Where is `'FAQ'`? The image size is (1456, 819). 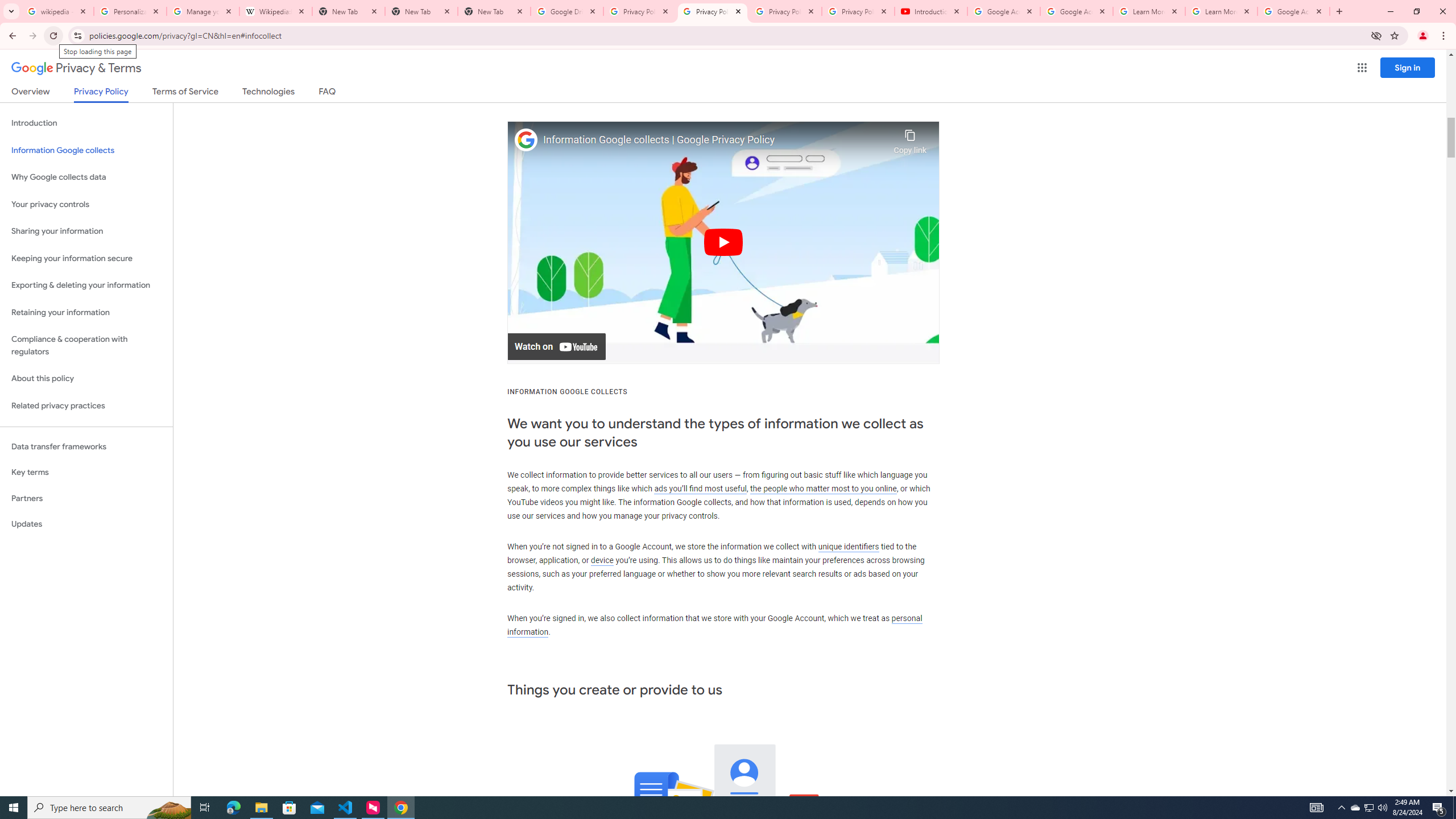 'FAQ' is located at coordinates (327, 93).